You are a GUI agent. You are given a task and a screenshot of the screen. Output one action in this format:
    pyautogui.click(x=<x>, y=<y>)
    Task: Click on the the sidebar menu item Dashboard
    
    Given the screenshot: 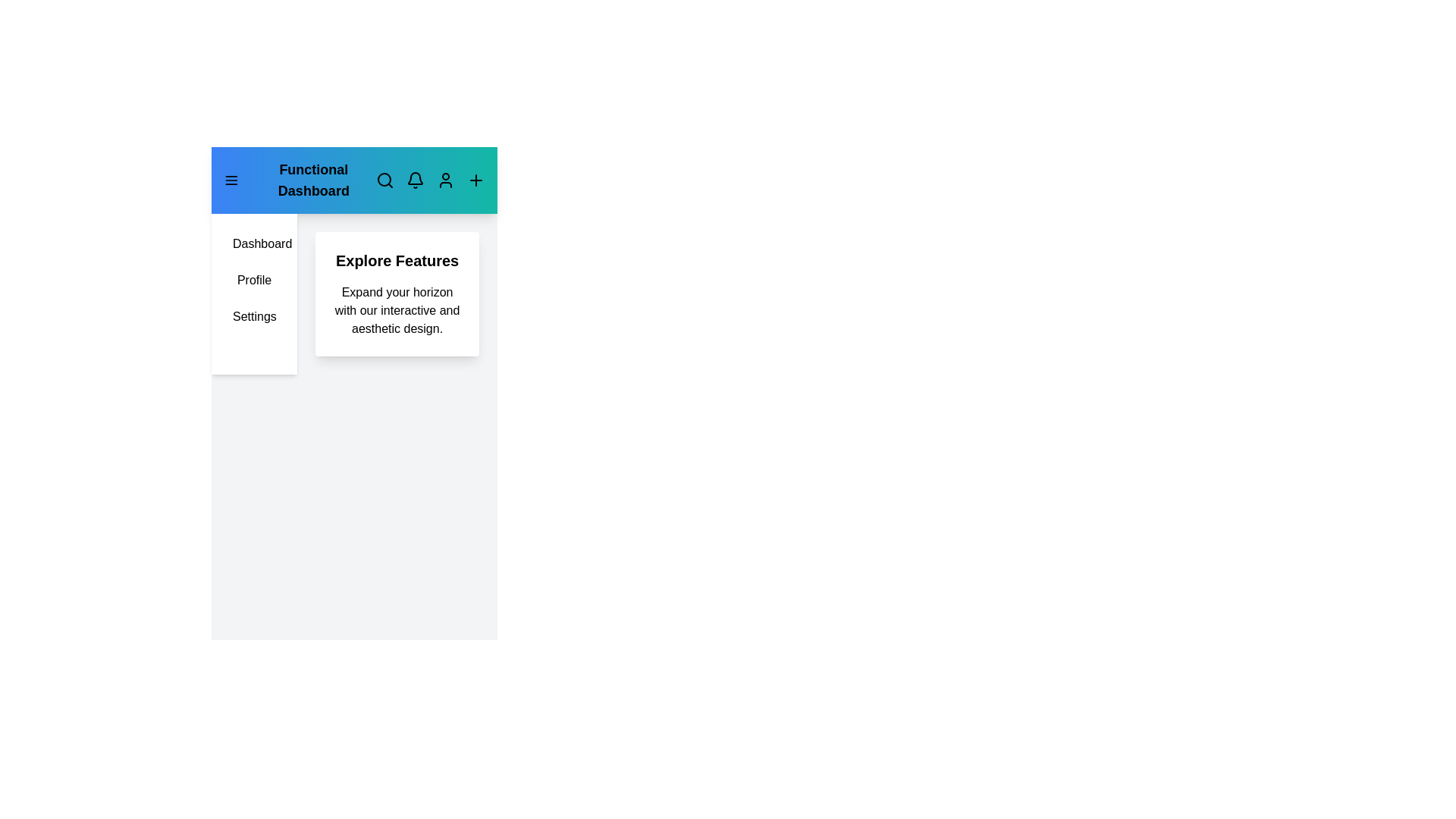 What is the action you would take?
    pyautogui.click(x=254, y=243)
    